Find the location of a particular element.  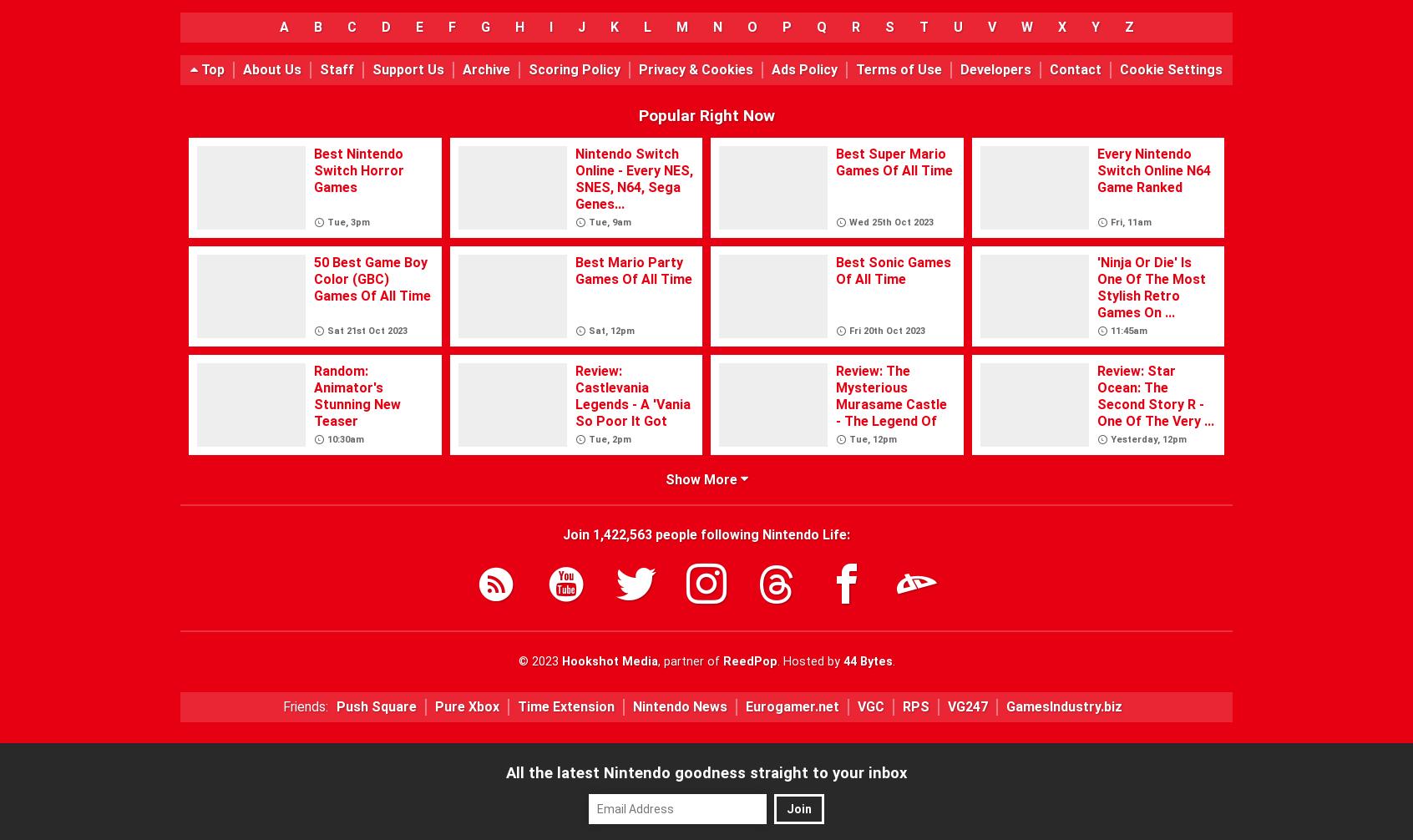

'Nintendo News' is located at coordinates (631, 705).